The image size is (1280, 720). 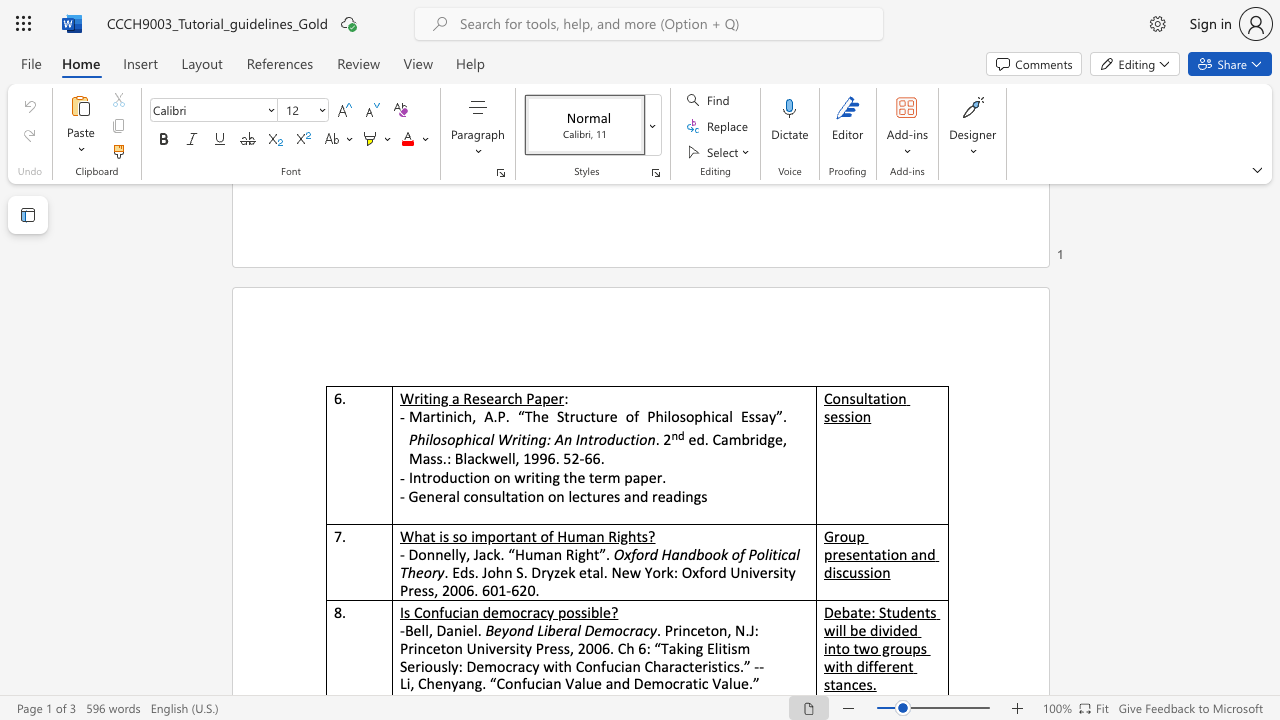 I want to click on the subset text "d Handbook of Politi" within the text "Oxford Handbook of Political", so click(x=649, y=554).